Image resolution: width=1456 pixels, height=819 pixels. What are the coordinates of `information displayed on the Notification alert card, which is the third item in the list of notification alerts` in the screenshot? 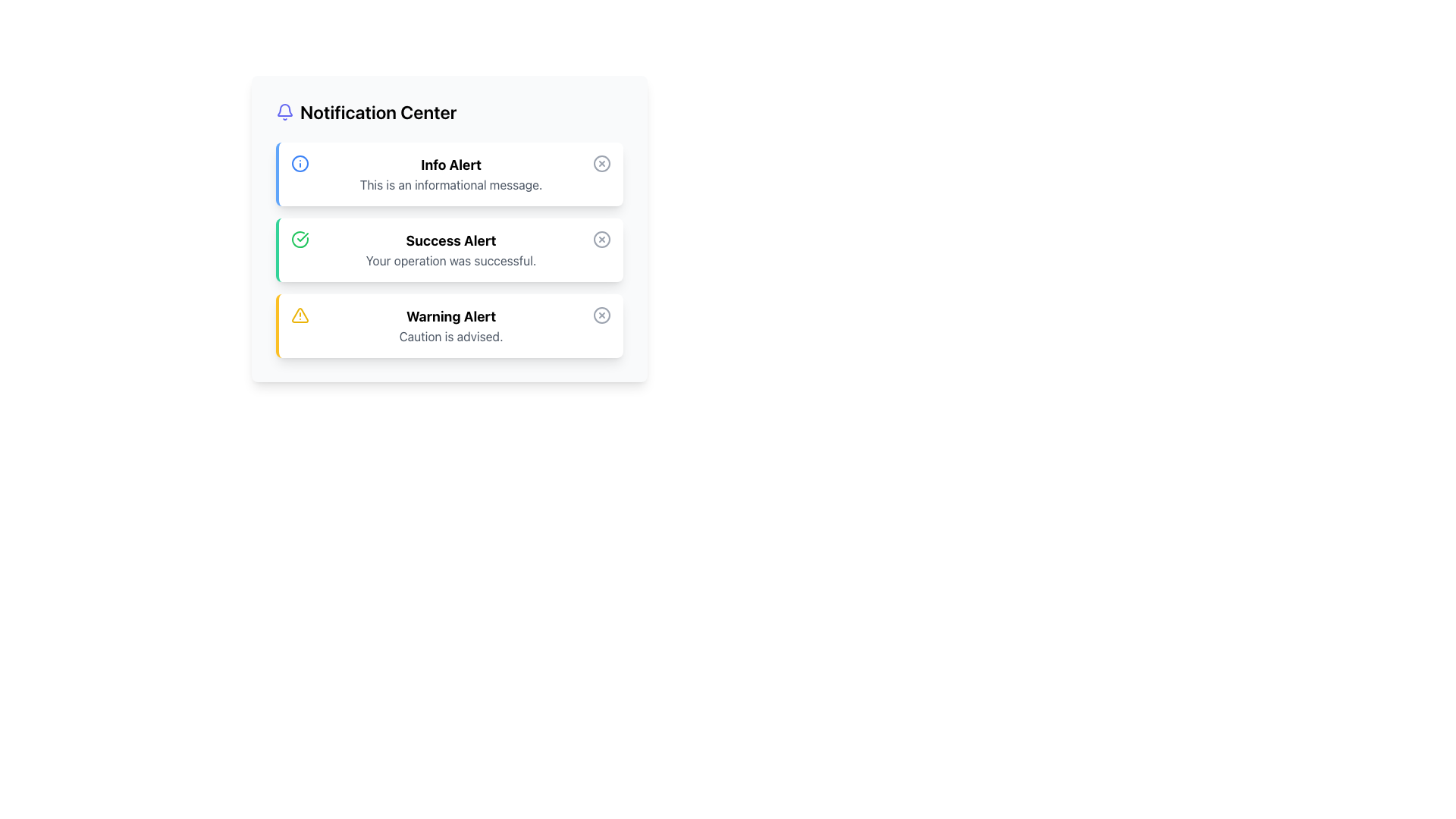 It's located at (449, 325).